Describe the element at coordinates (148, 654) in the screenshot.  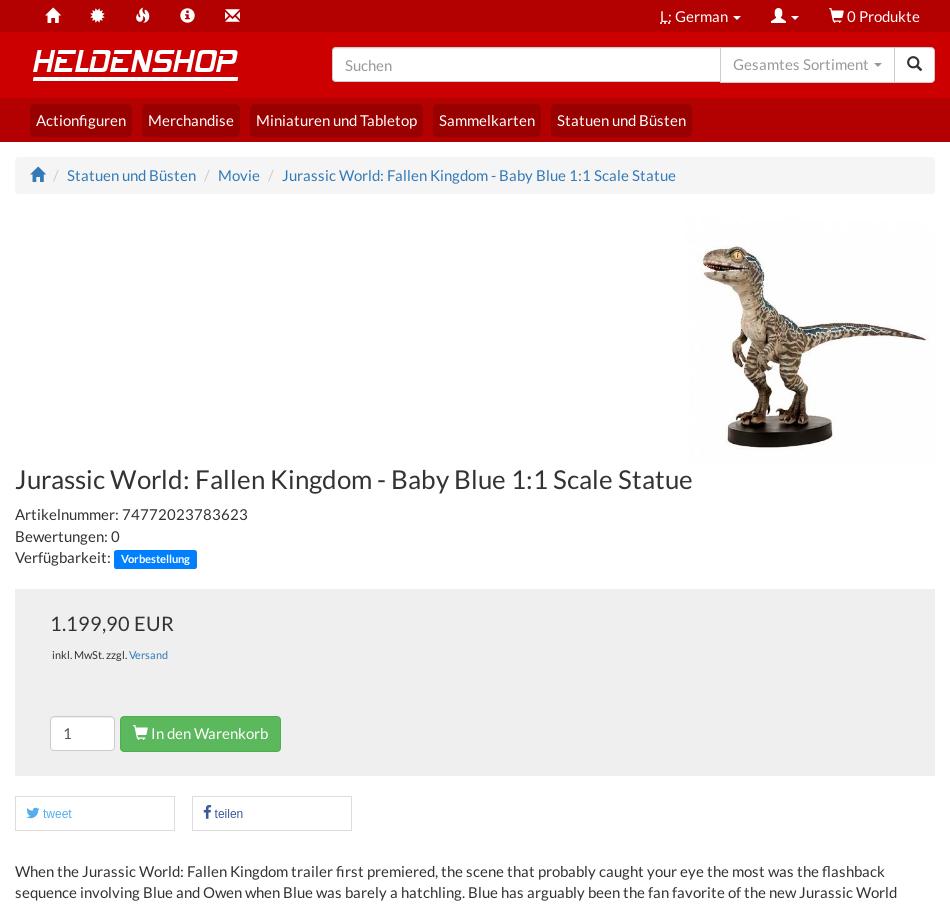
I see `'Versand'` at that location.